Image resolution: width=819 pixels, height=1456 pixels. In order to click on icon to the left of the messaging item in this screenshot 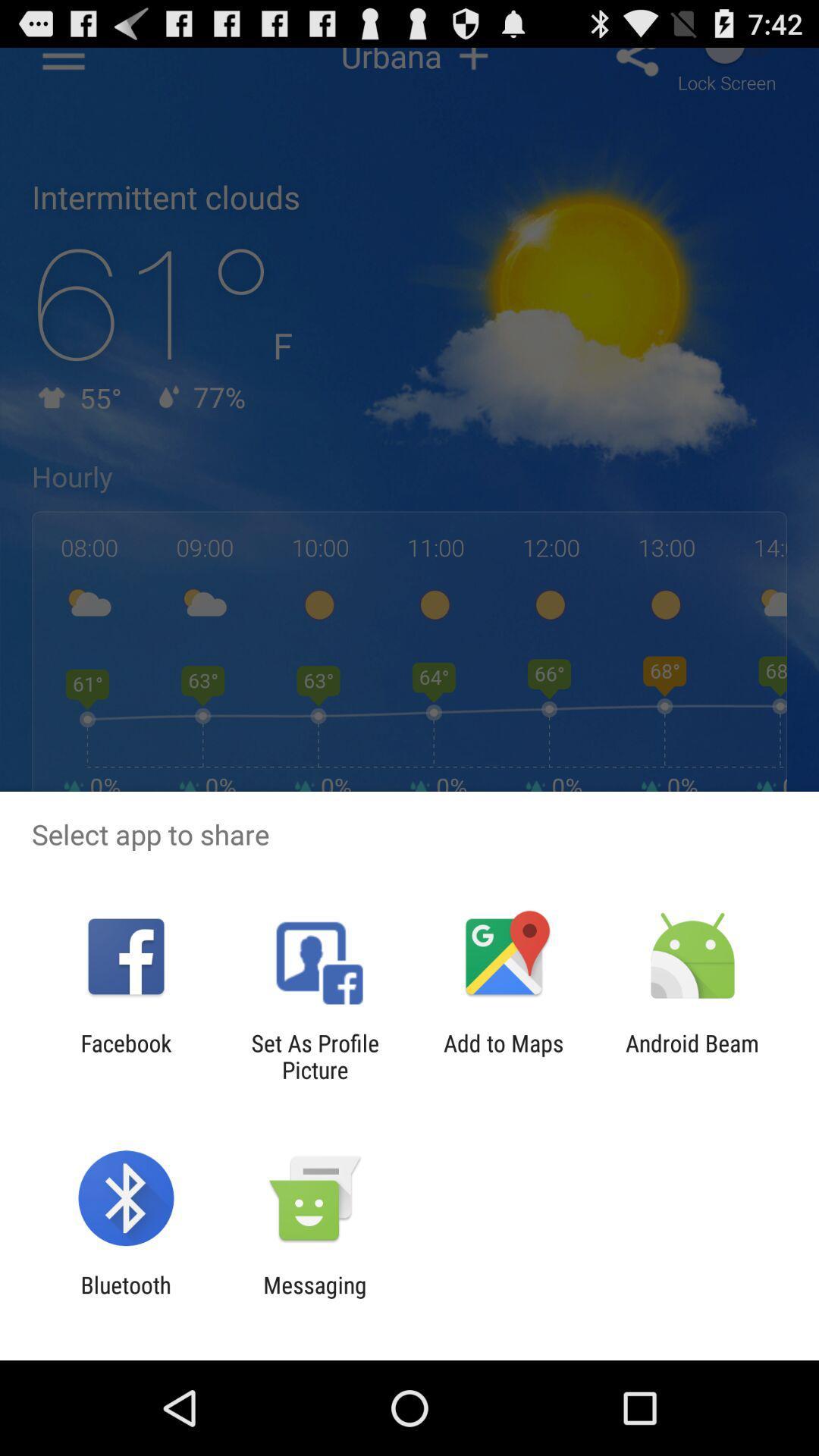, I will do `click(125, 1298)`.